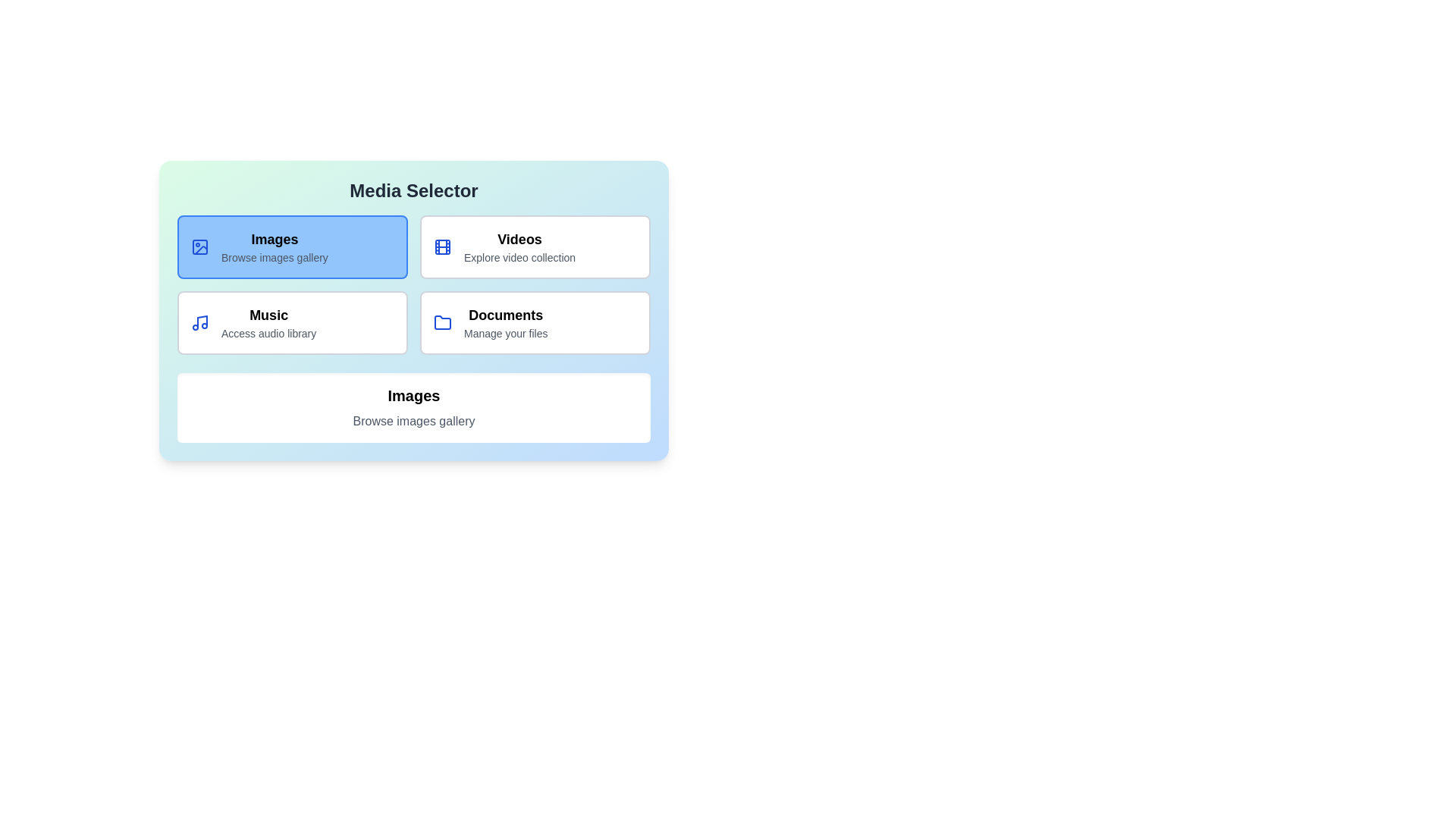 The height and width of the screenshot is (819, 1456). What do you see at coordinates (535, 322) in the screenshot?
I see `the media card corresponding to Documents` at bounding box center [535, 322].